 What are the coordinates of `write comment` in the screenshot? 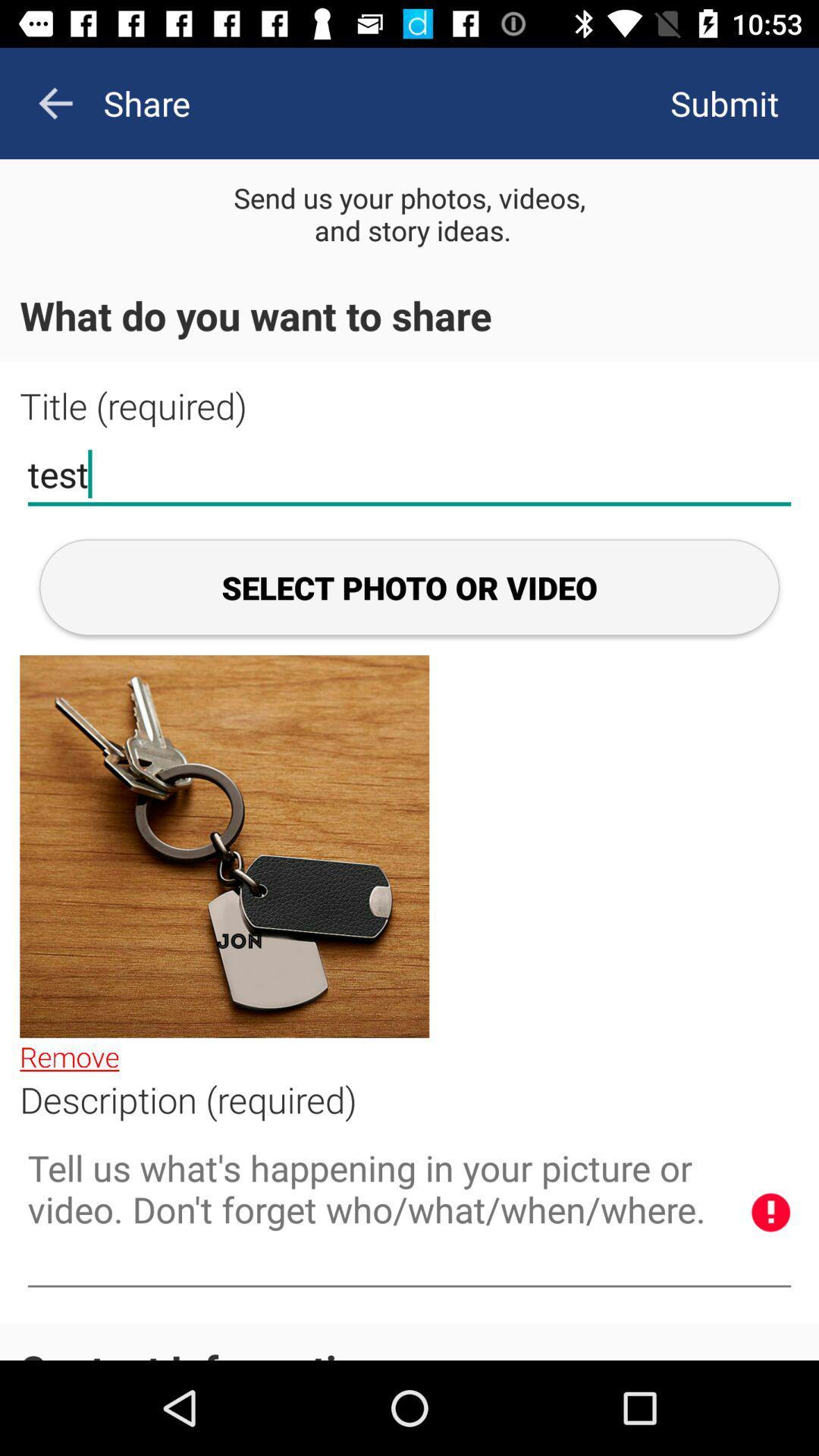 It's located at (409, 1213).